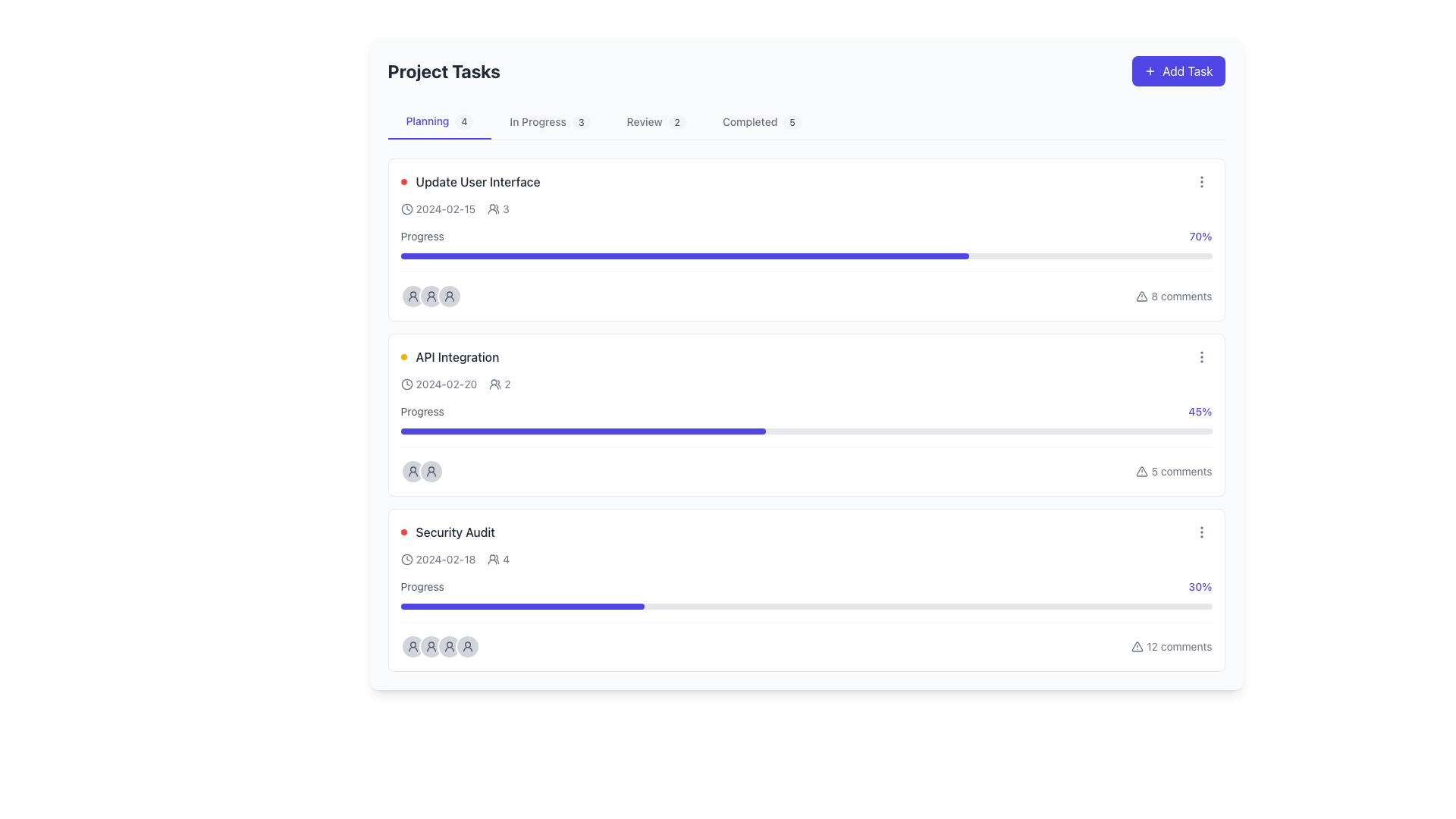 This screenshot has height=819, width=1456. I want to click on the alert icon located to the left of '12 comments', so click(1137, 646).